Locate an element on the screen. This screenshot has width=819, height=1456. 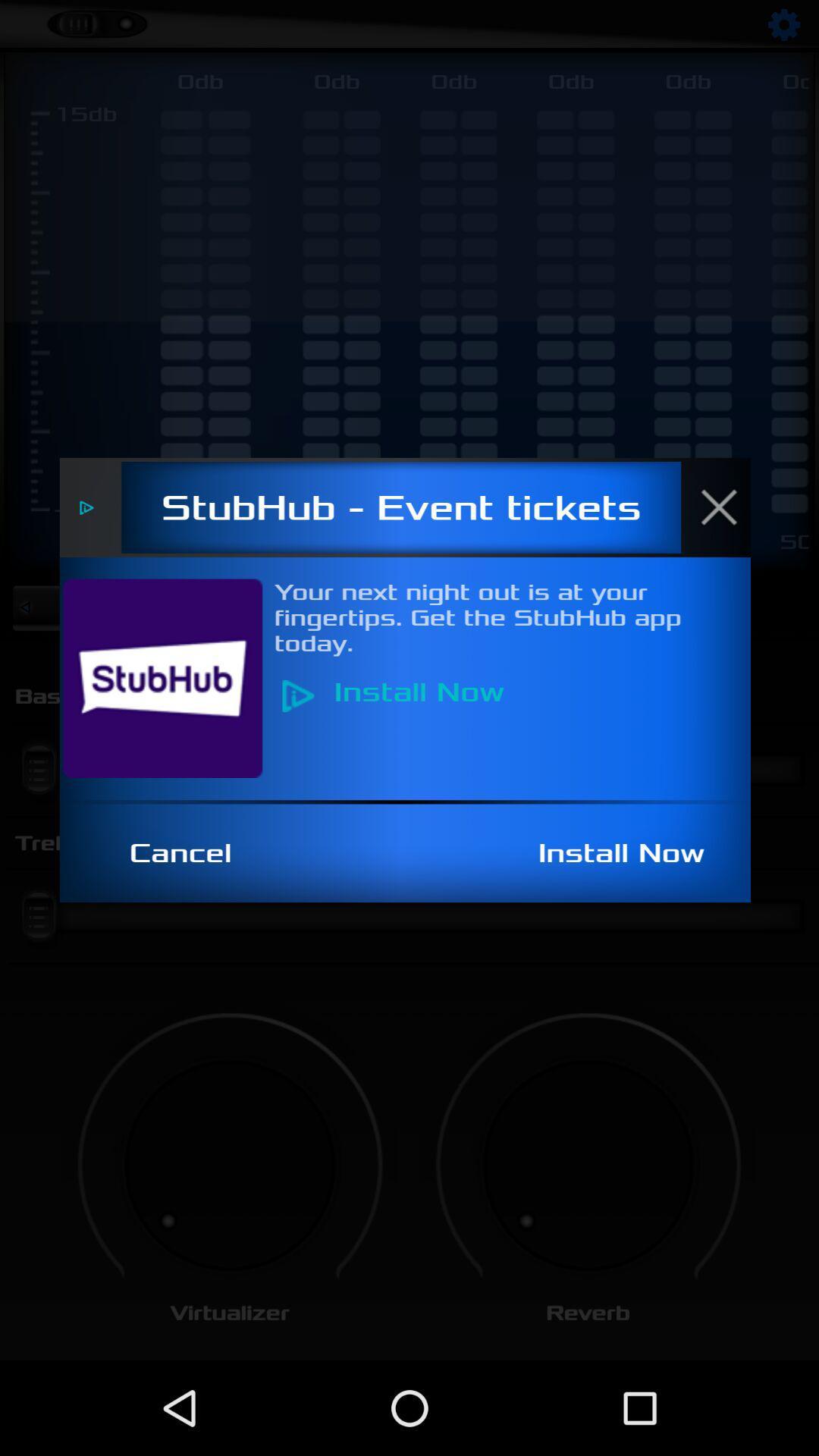
the icon next to install now is located at coordinates (188, 853).